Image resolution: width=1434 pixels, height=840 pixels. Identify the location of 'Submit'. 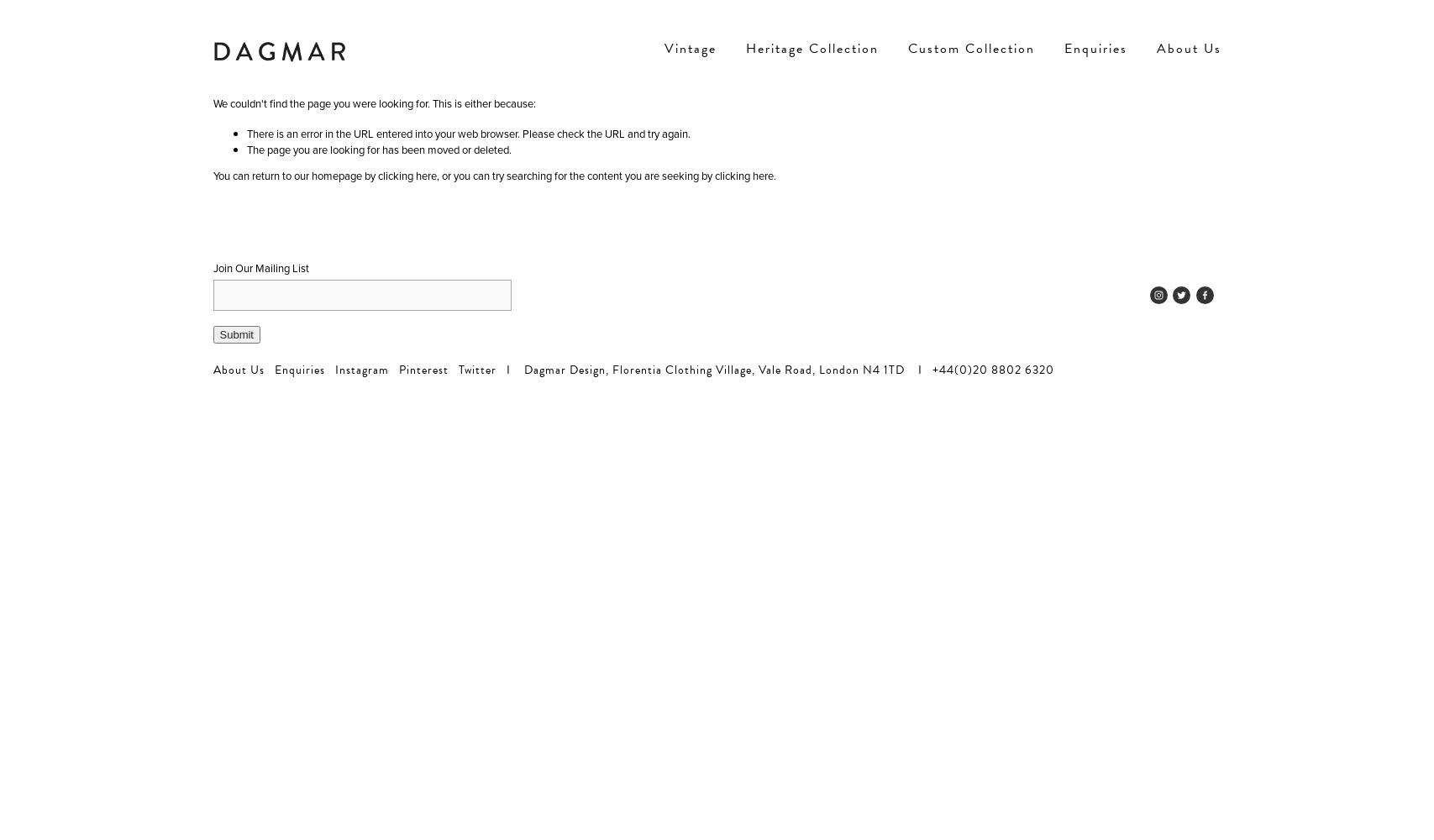
(219, 334).